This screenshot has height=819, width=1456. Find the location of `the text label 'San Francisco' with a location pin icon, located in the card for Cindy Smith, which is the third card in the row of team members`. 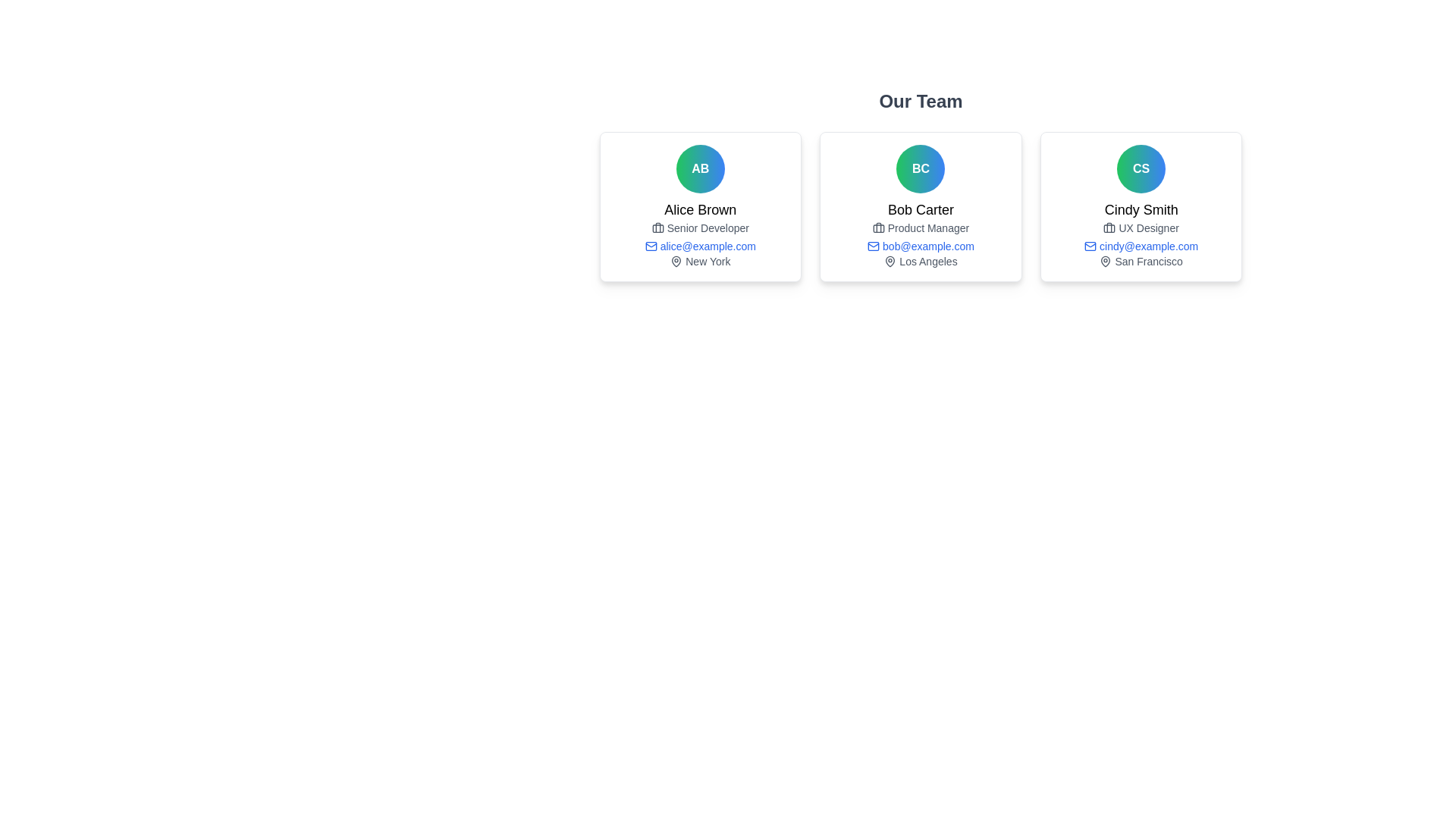

the text label 'San Francisco' with a location pin icon, located in the card for Cindy Smith, which is the third card in the row of team members is located at coordinates (1141, 260).